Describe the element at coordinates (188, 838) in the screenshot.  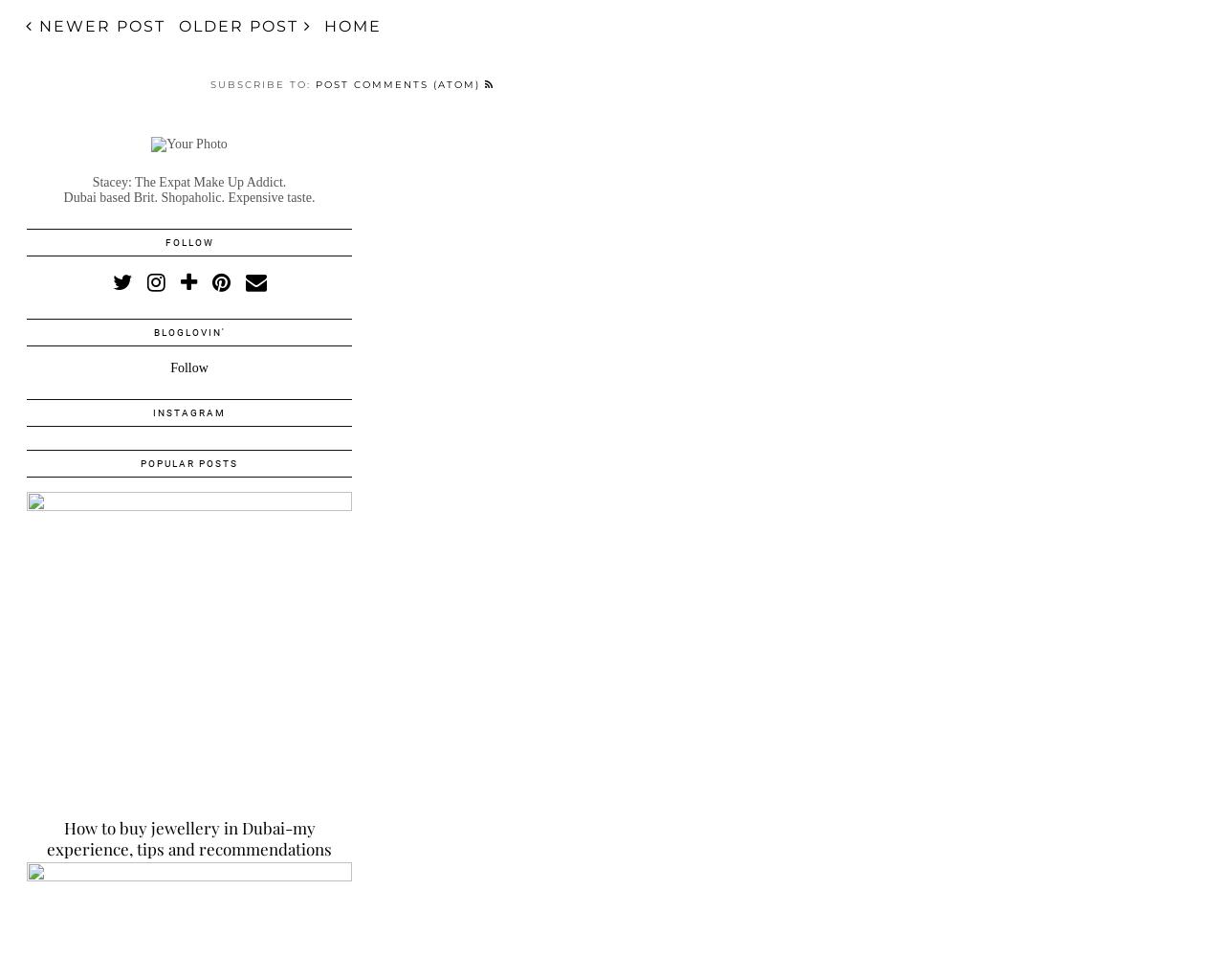
I see `'How to buy jewellery in Dubai-my experience, tips and recommendations'` at that location.